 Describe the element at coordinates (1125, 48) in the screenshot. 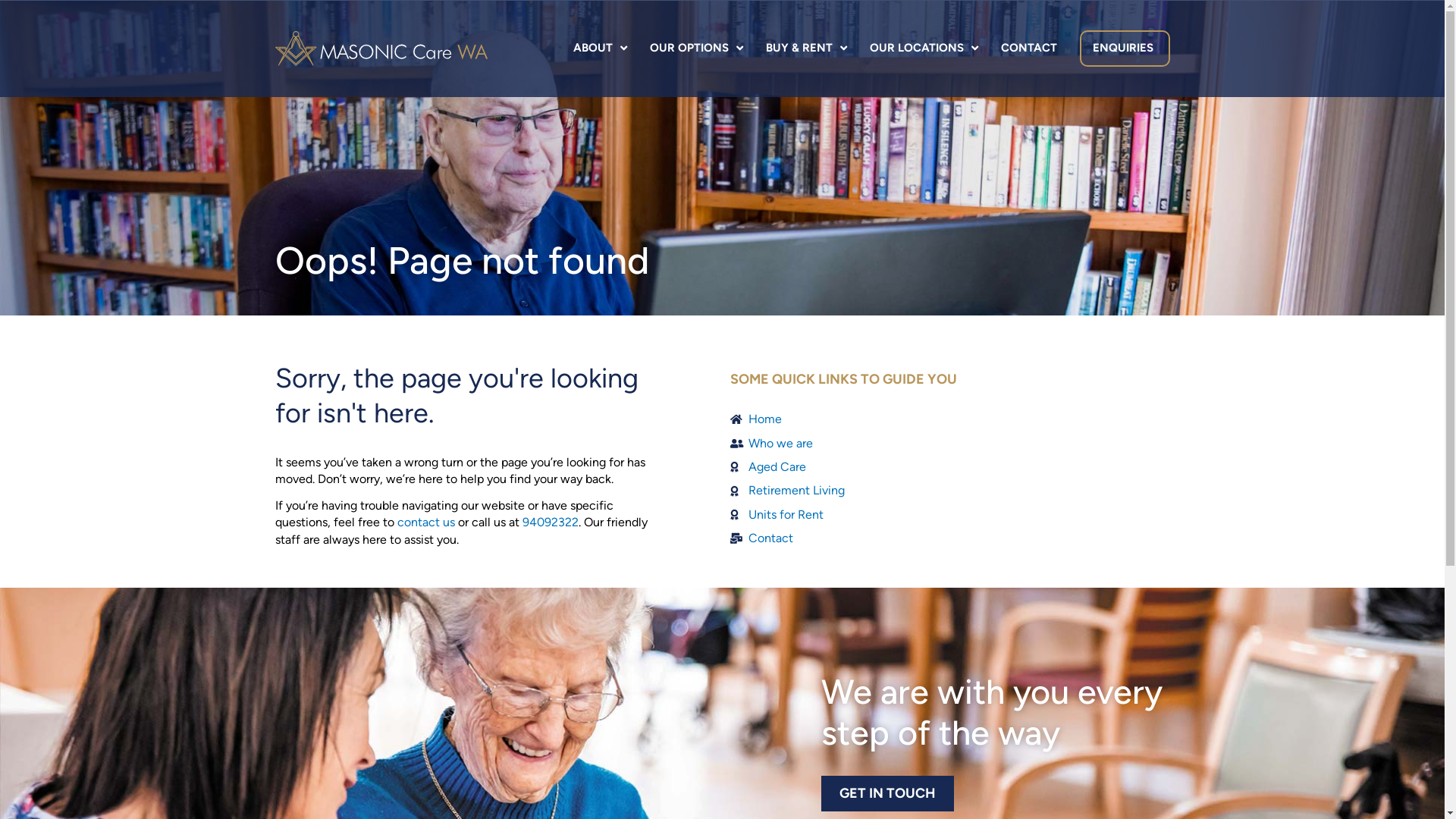

I see `'ENQUIRIES'` at that location.